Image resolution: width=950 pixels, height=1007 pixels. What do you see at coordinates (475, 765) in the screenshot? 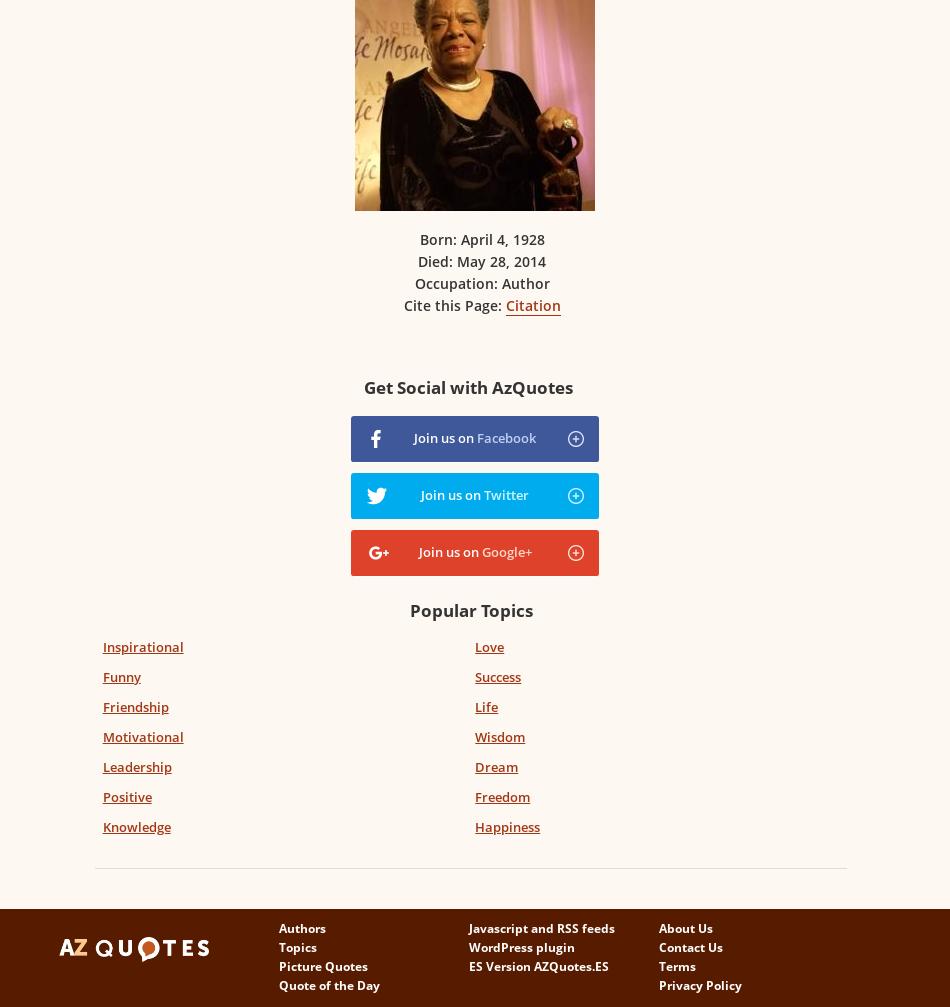
I see `'Dream'` at bounding box center [475, 765].